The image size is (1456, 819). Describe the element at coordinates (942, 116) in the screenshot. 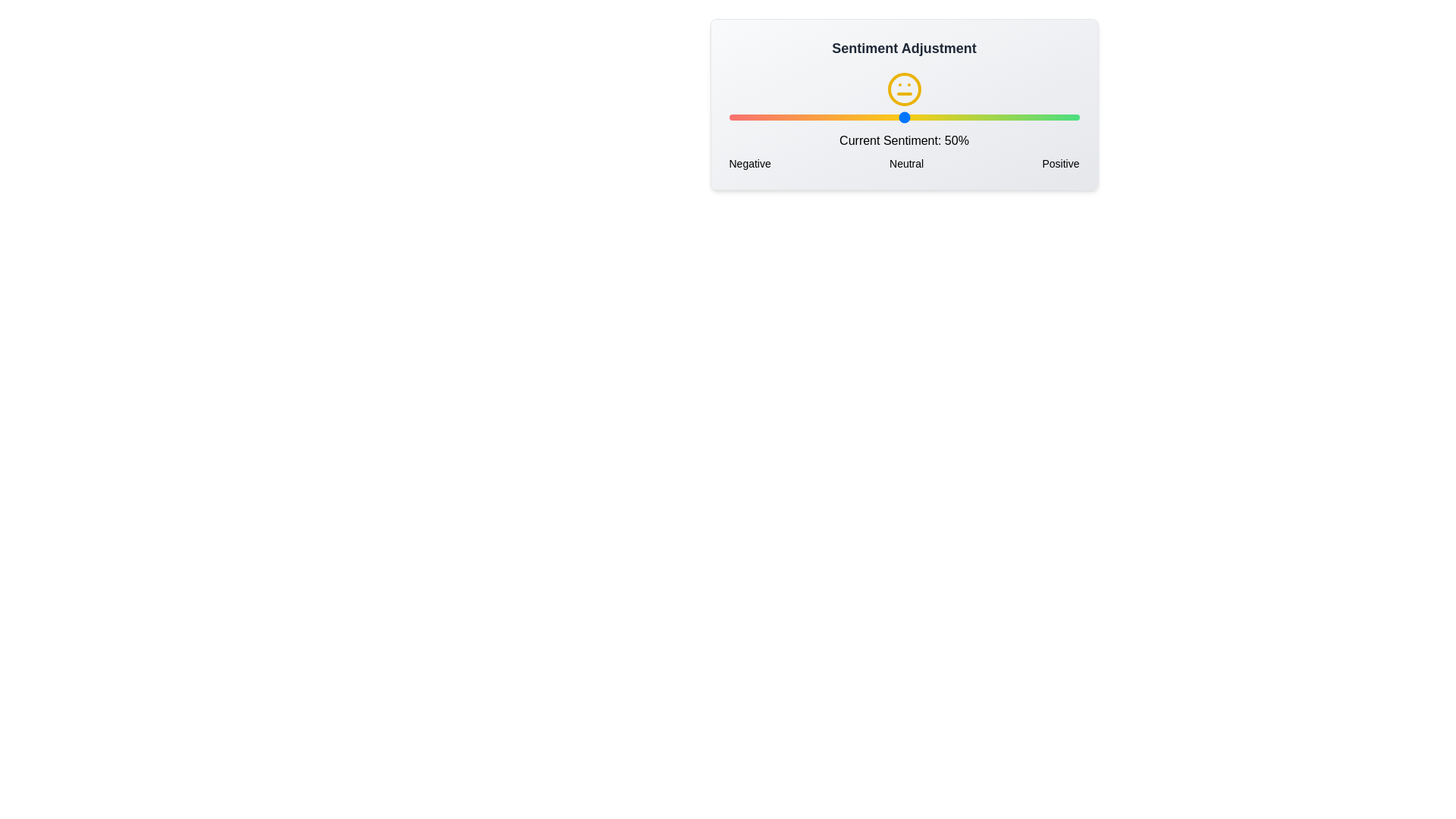

I see `the sentiment slider to 61%` at that location.